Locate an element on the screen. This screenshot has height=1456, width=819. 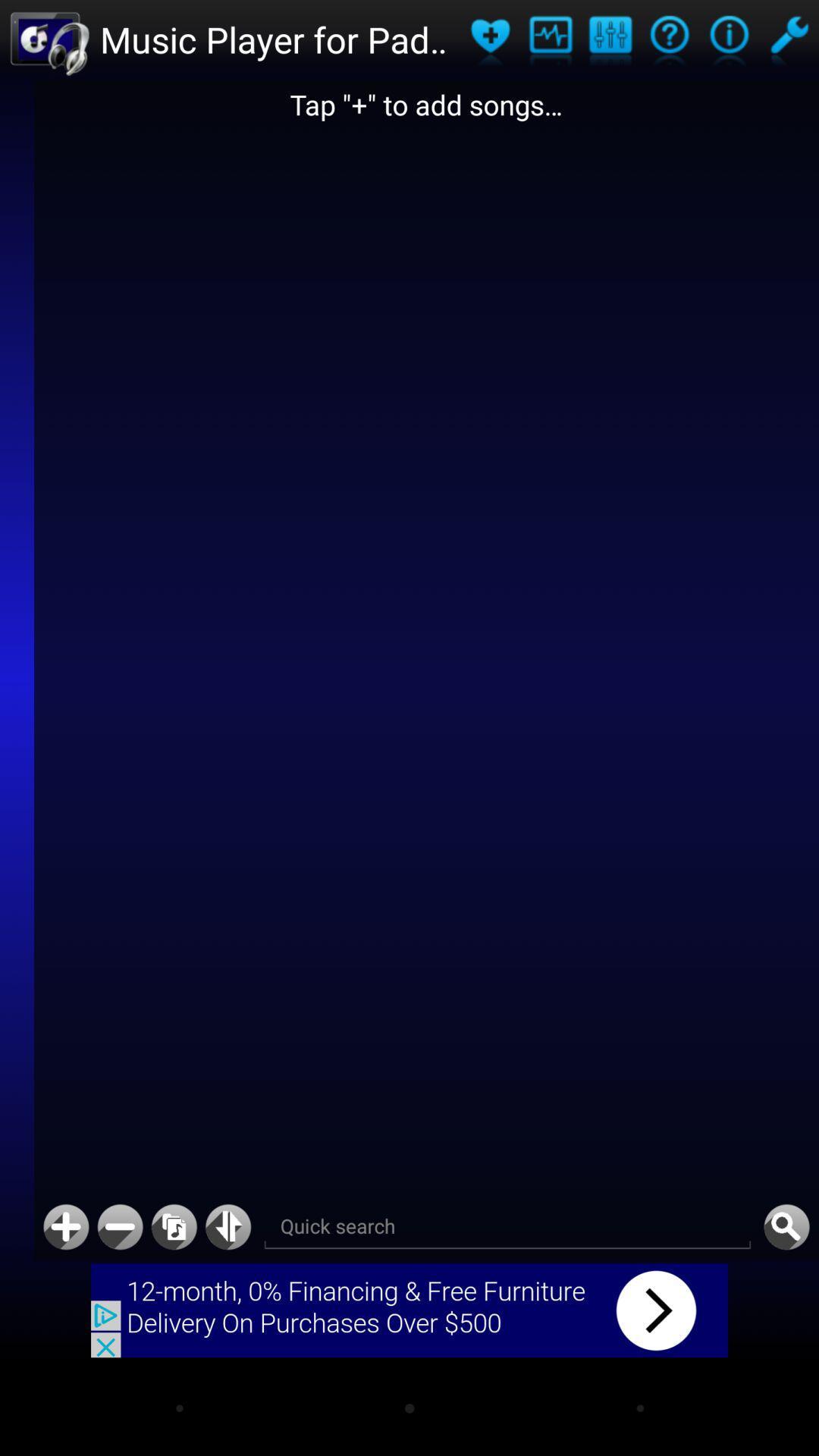
help button is located at coordinates (669, 39).